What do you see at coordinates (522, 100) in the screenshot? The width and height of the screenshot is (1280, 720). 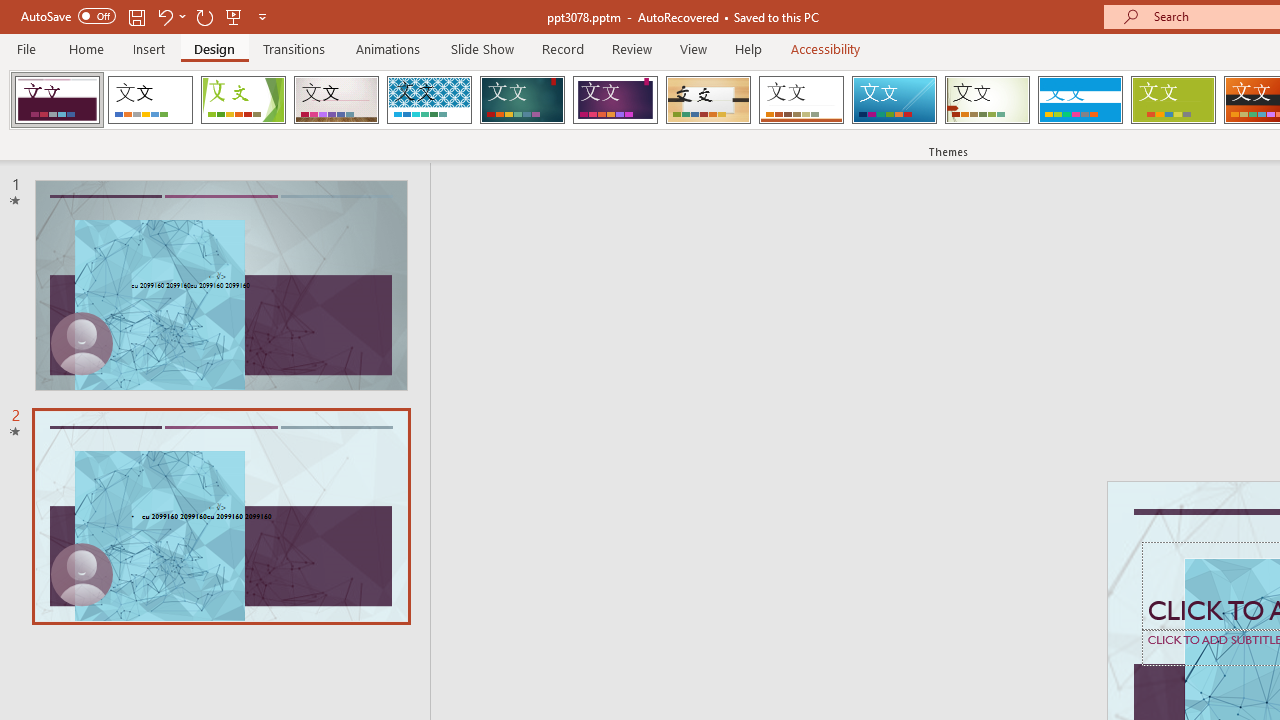 I see `'Ion'` at bounding box center [522, 100].